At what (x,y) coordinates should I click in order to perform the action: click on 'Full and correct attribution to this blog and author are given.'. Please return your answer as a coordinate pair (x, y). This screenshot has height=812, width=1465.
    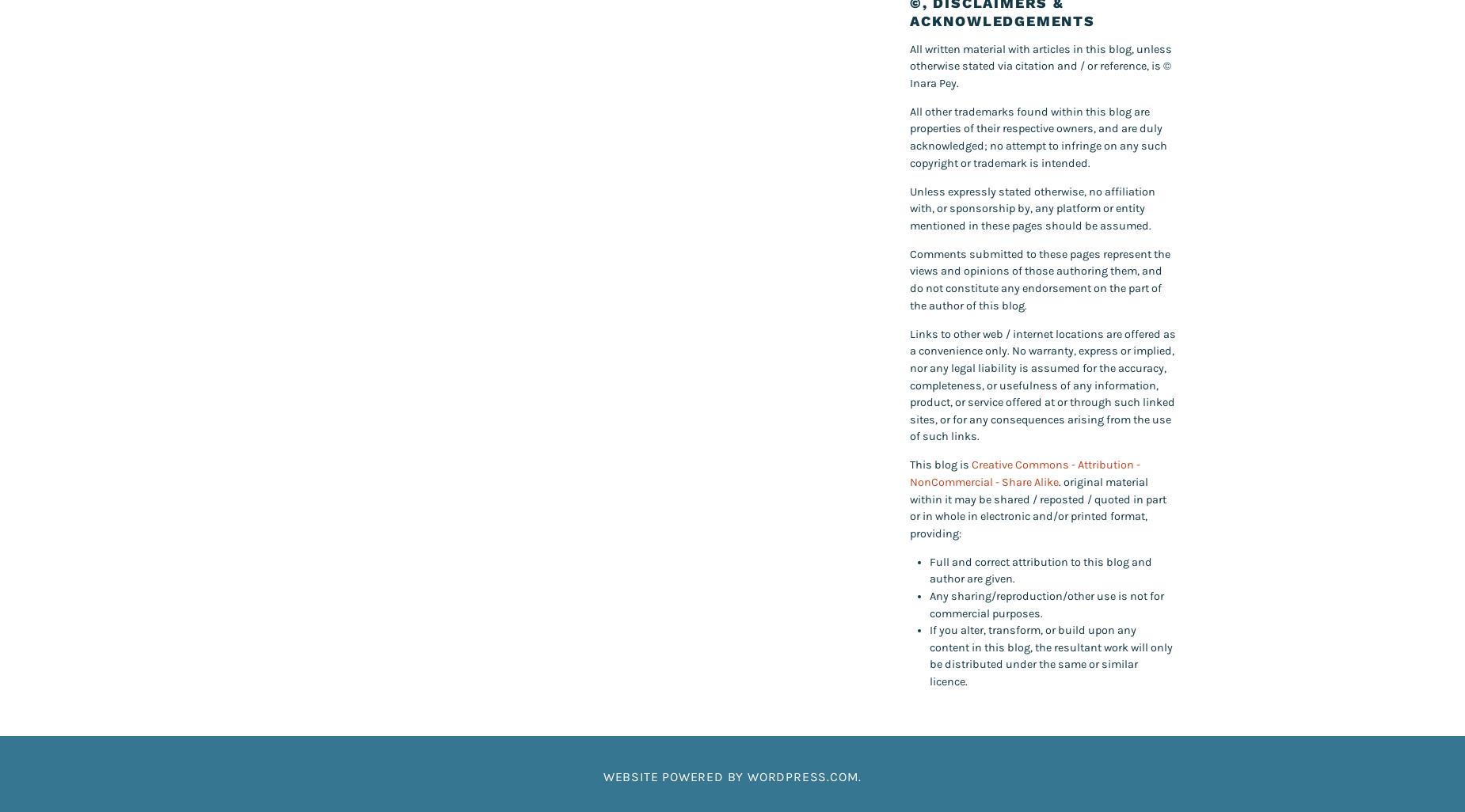
    Looking at the image, I should click on (1040, 570).